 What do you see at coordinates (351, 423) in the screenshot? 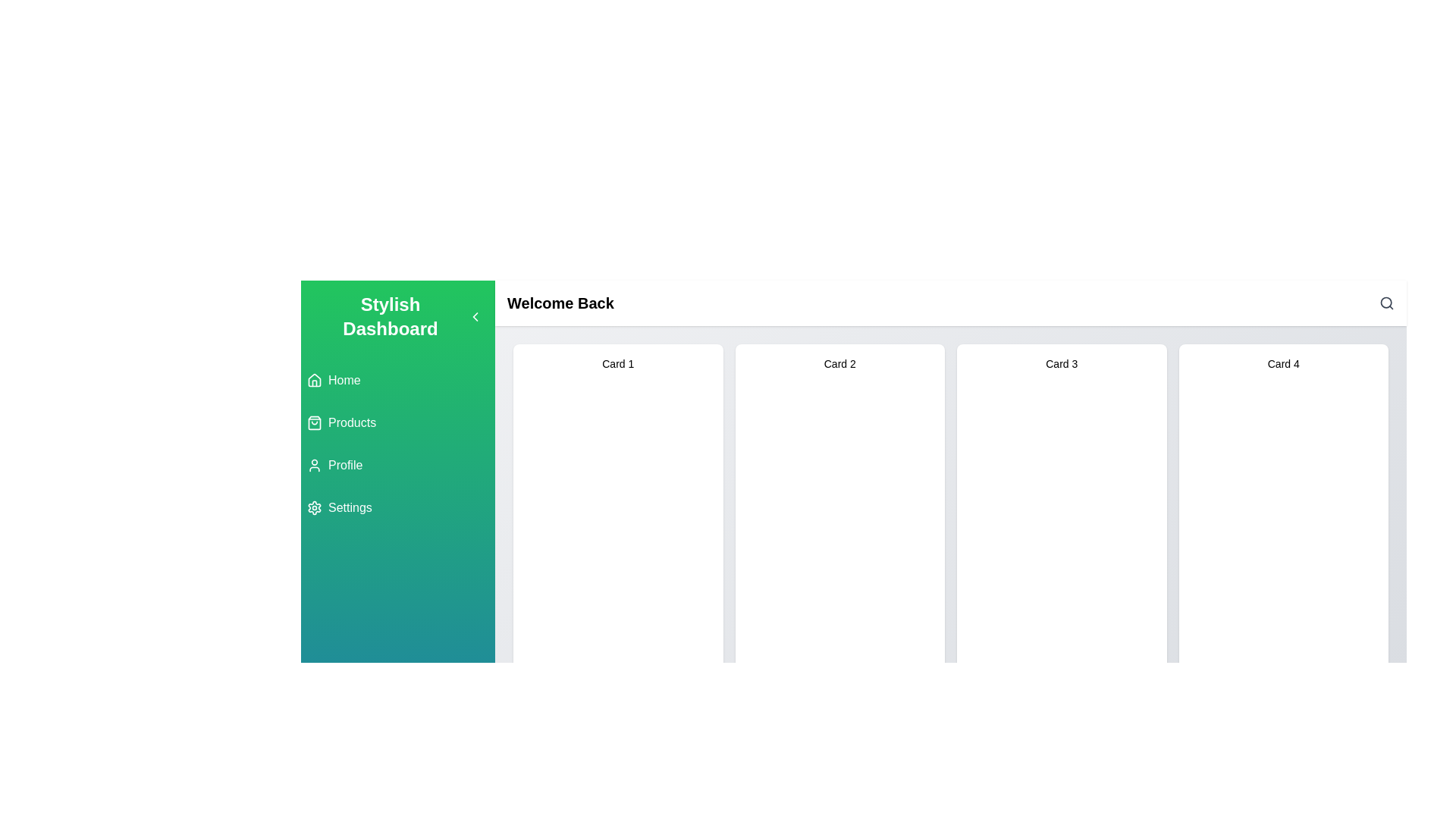
I see `the 'Products' text label located within the sidebar navigation` at bounding box center [351, 423].